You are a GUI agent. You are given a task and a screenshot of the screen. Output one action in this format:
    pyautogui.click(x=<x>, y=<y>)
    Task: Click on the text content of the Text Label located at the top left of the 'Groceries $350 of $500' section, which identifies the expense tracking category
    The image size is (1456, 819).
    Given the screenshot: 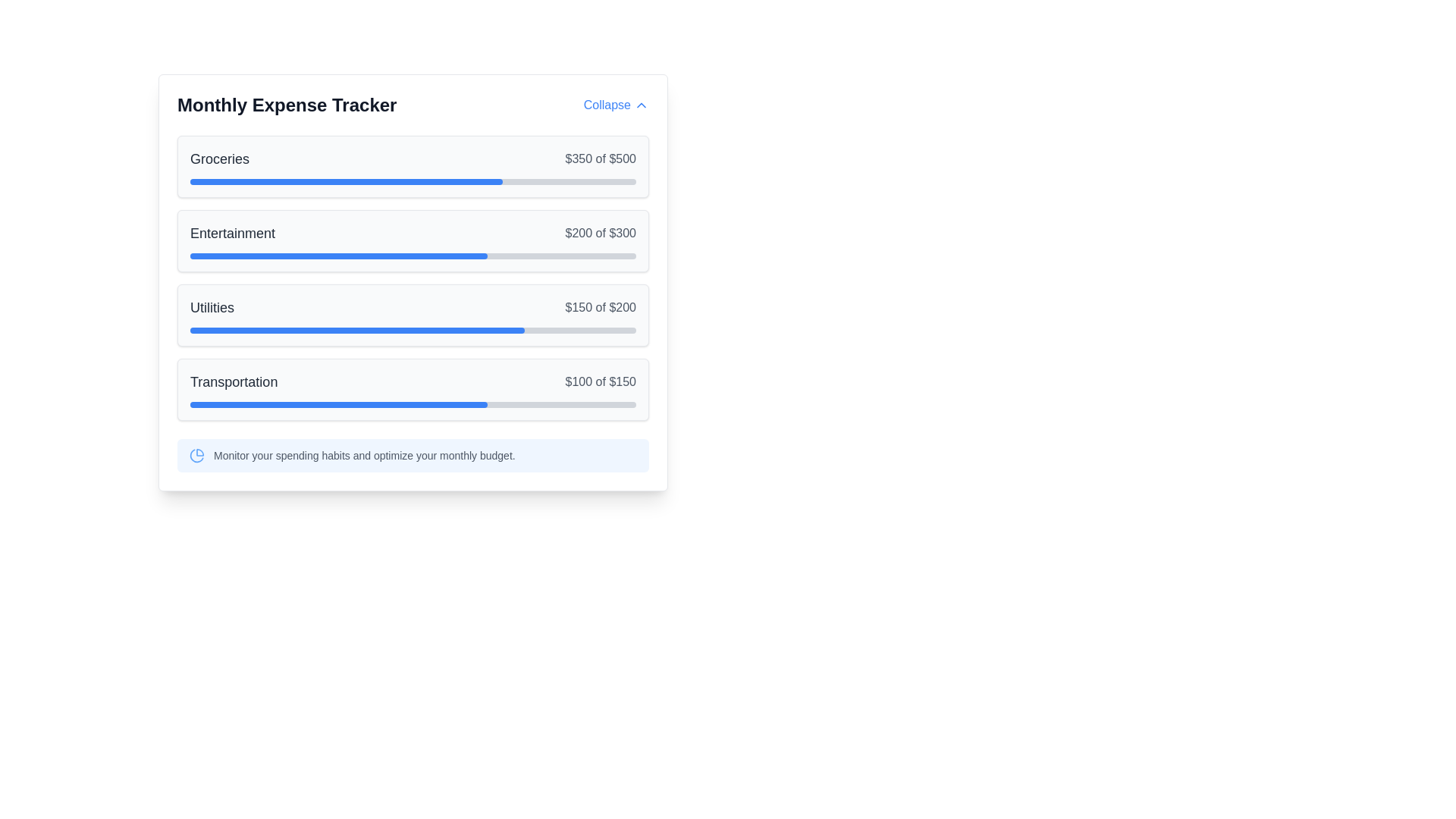 What is the action you would take?
    pyautogui.click(x=219, y=158)
    